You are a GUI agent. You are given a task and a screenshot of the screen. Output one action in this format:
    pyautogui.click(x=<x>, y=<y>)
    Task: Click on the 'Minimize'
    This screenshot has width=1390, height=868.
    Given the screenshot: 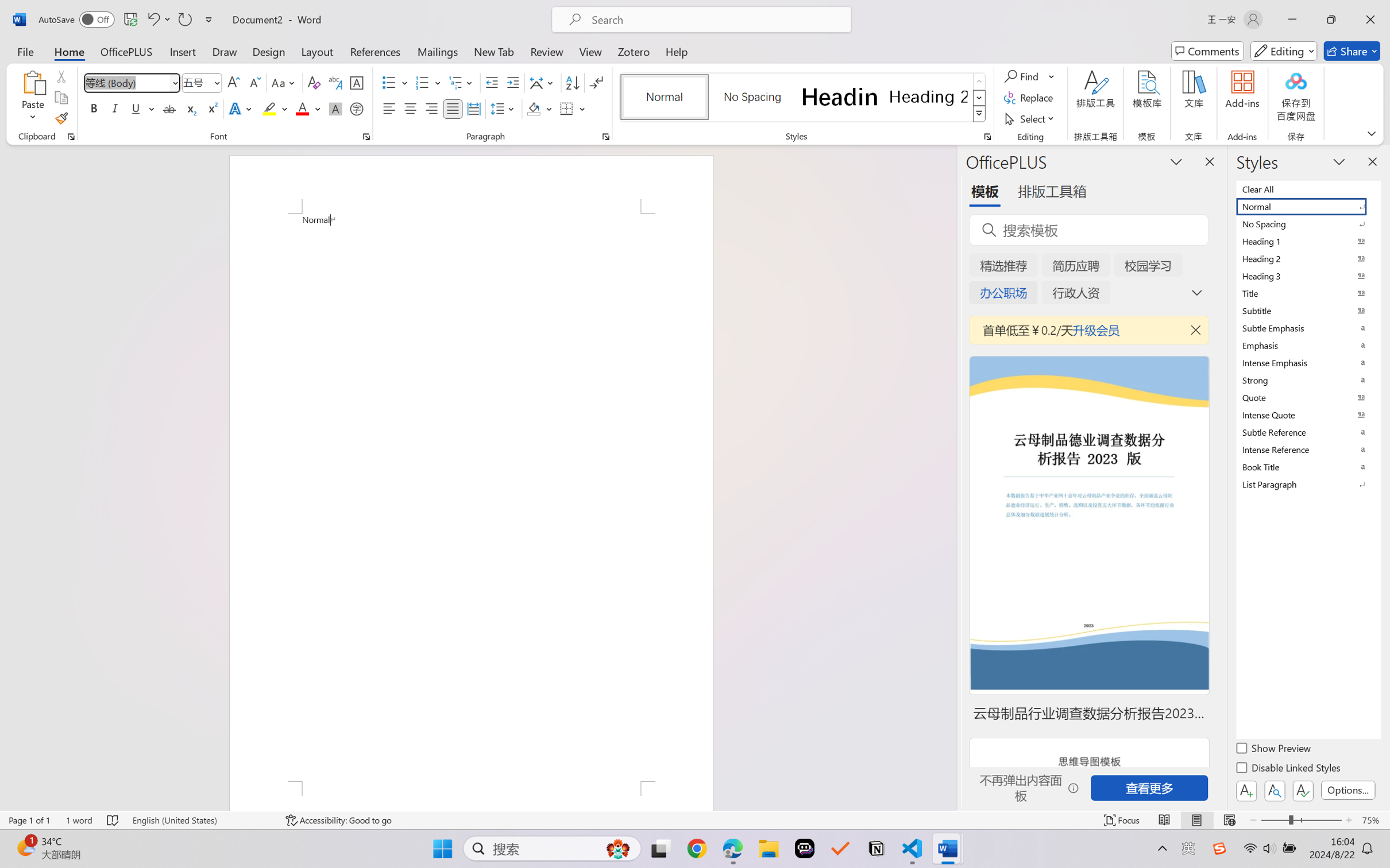 What is the action you would take?
    pyautogui.click(x=1292, y=19)
    